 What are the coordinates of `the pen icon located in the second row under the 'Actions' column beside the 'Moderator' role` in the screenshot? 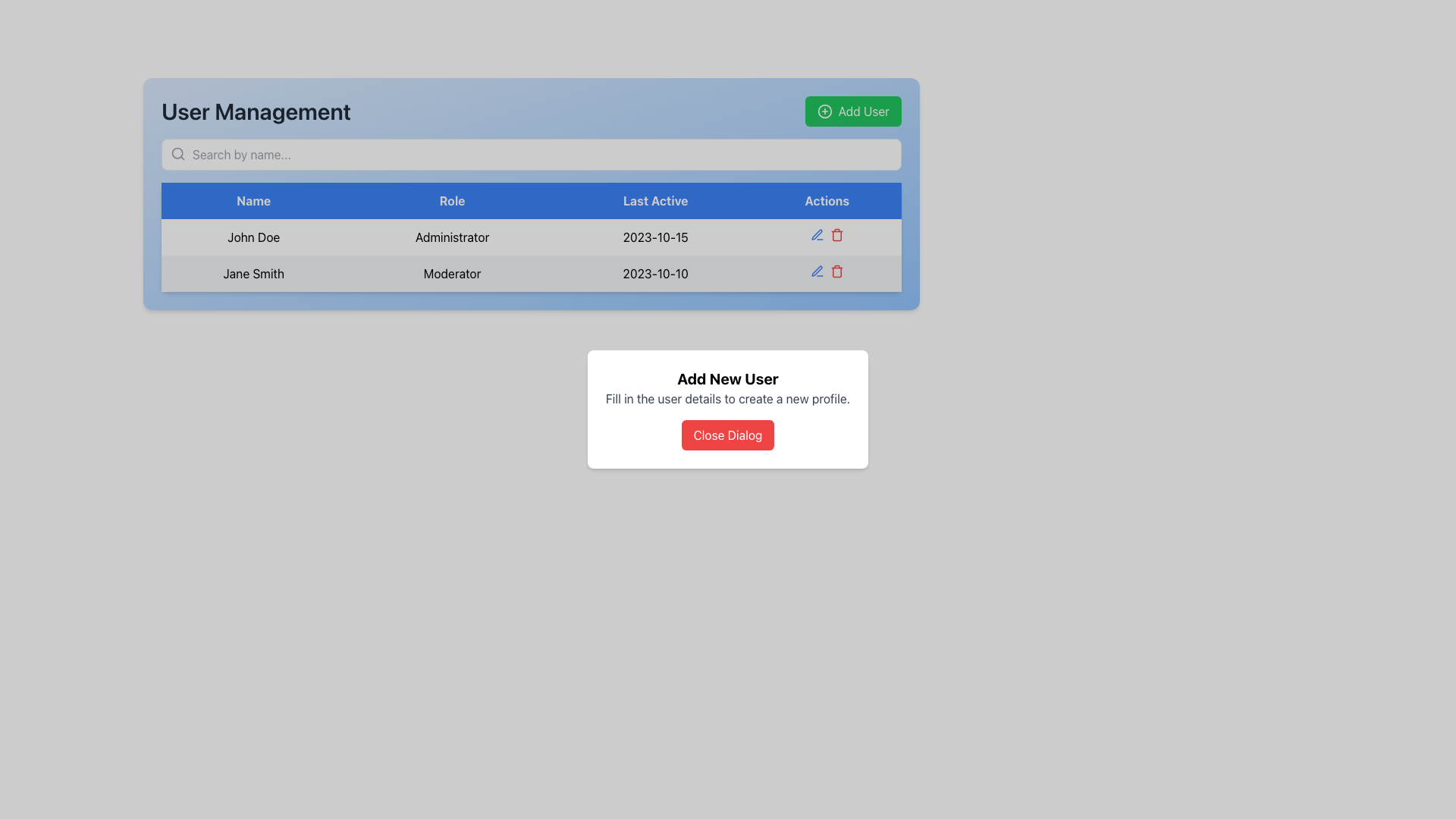 It's located at (816, 270).